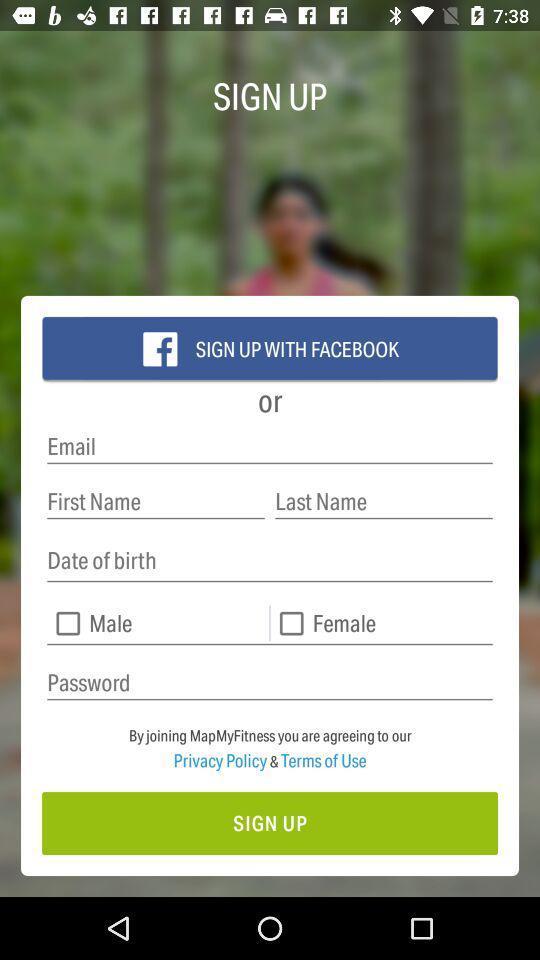 This screenshot has width=540, height=960. What do you see at coordinates (270, 561) in the screenshot?
I see `date of birth` at bounding box center [270, 561].